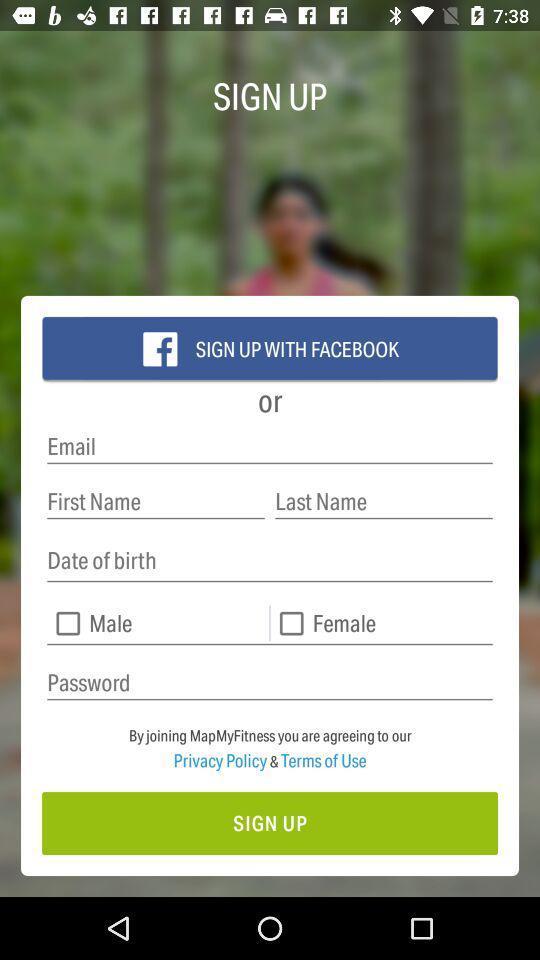 This screenshot has width=540, height=960. What do you see at coordinates (270, 561) in the screenshot?
I see `date of birth` at bounding box center [270, 561].